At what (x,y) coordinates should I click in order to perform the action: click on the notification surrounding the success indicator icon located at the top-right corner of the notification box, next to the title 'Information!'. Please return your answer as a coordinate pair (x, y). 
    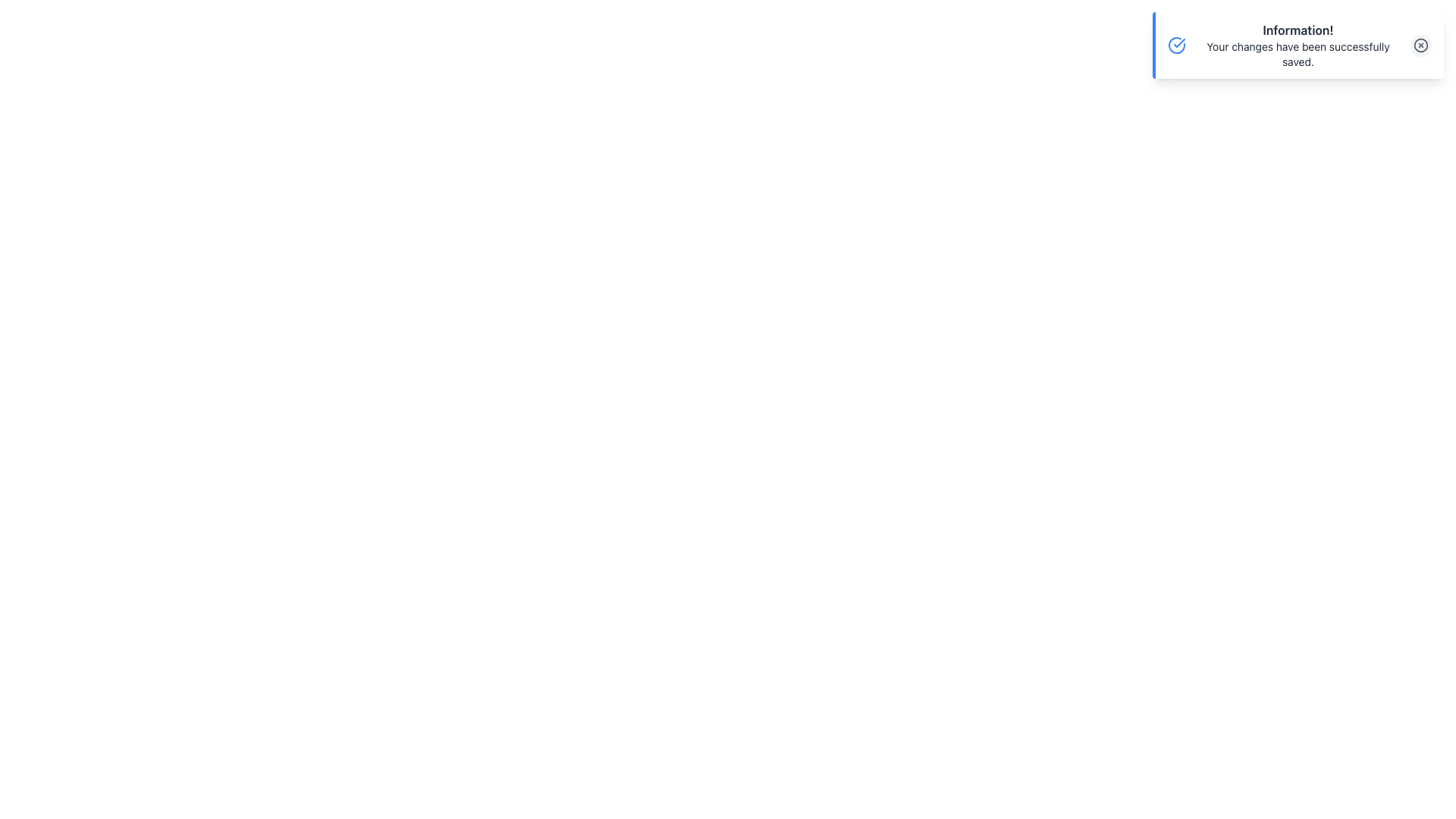
    Looking at the image, I should click on (1175, 45).